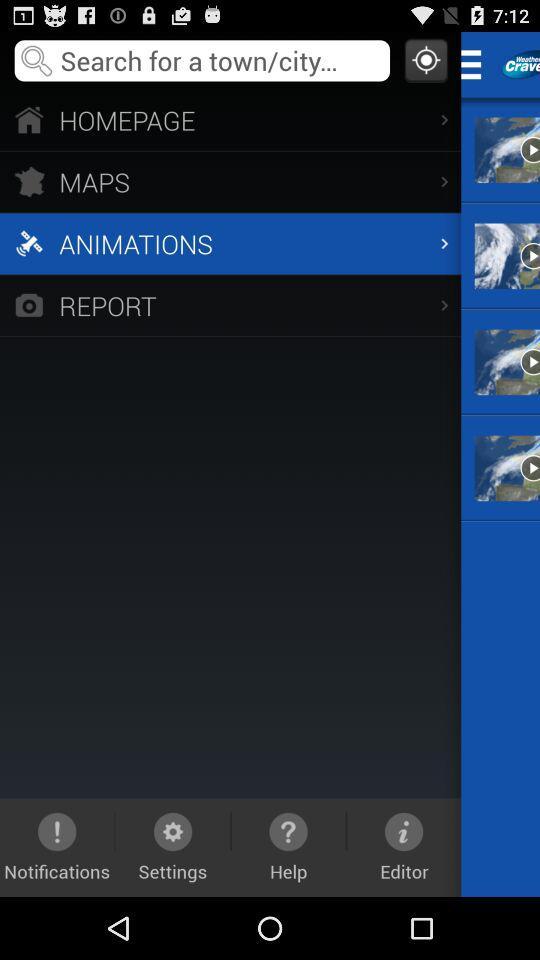 The width and height of the screenshot is (540, 960). Describe the element at coordinates (404, 846) in the screenshot. I see `the icon below report` at that location.